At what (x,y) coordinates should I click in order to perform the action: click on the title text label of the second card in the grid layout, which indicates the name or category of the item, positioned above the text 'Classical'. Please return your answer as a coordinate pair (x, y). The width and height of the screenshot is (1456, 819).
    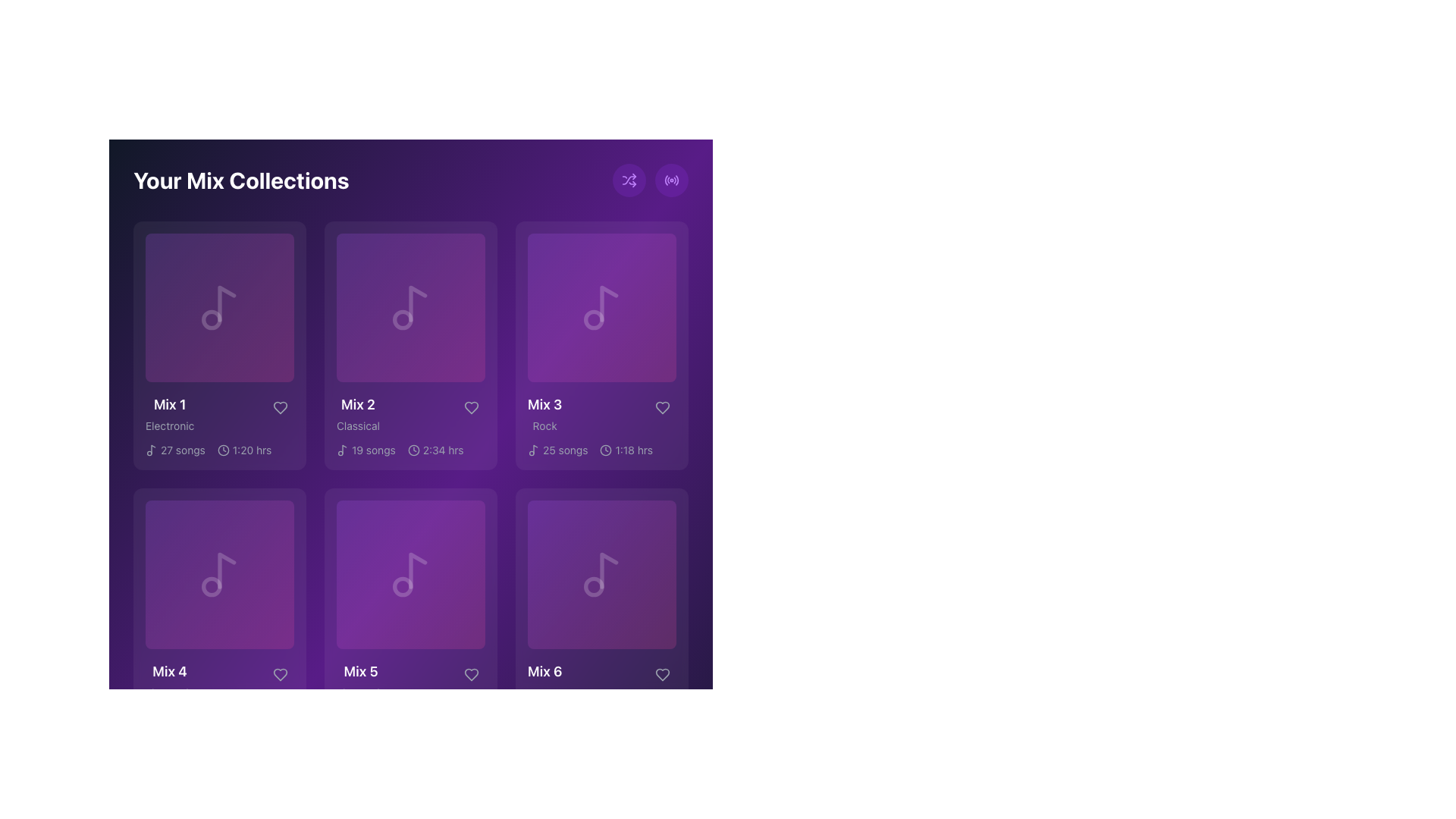
    Looking at the image, I should click on (357, 403).